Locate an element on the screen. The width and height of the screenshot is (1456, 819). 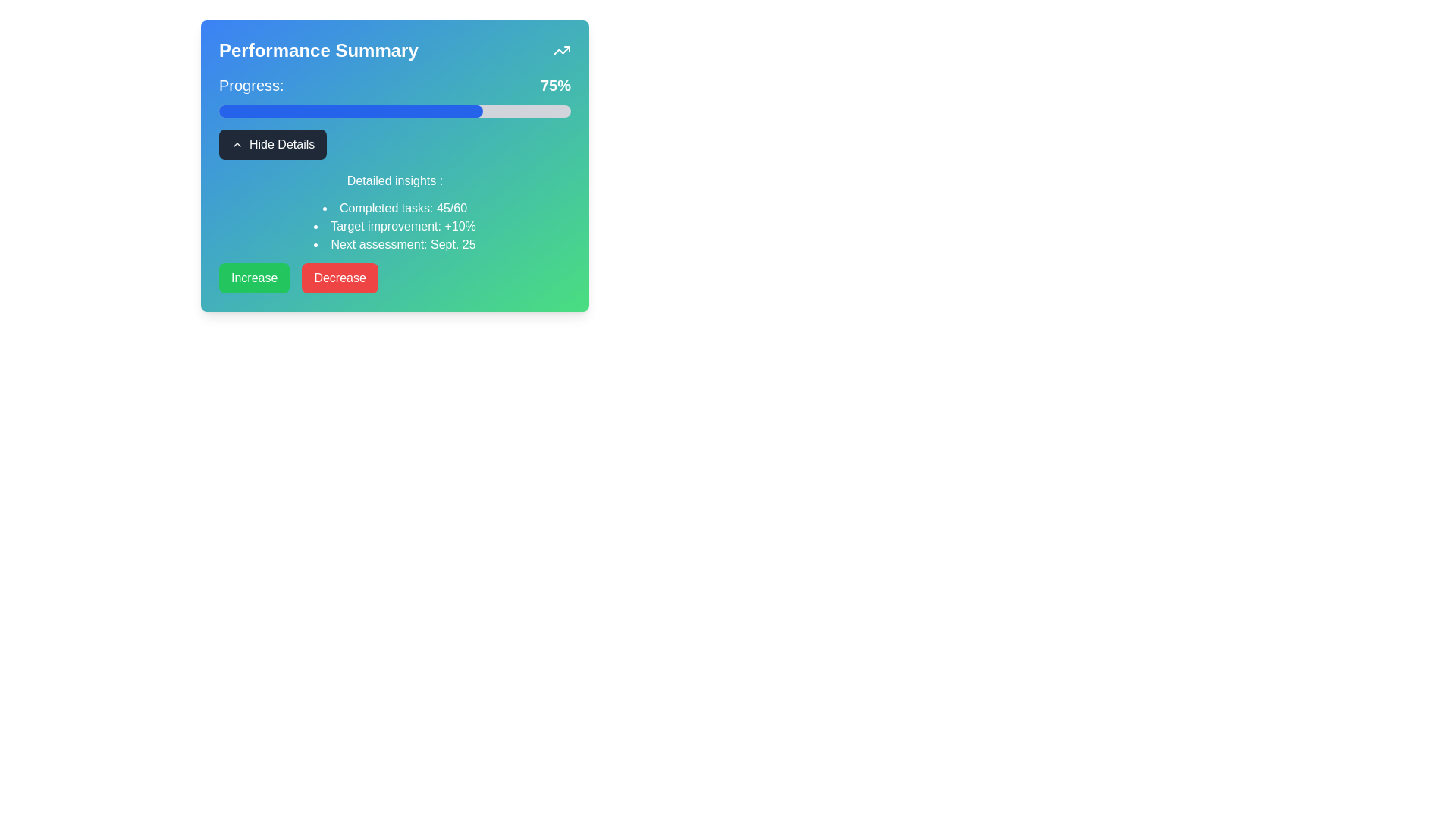
the green button labeled 'Increase' to observe the hover effects is located at coordinates (254, 278).